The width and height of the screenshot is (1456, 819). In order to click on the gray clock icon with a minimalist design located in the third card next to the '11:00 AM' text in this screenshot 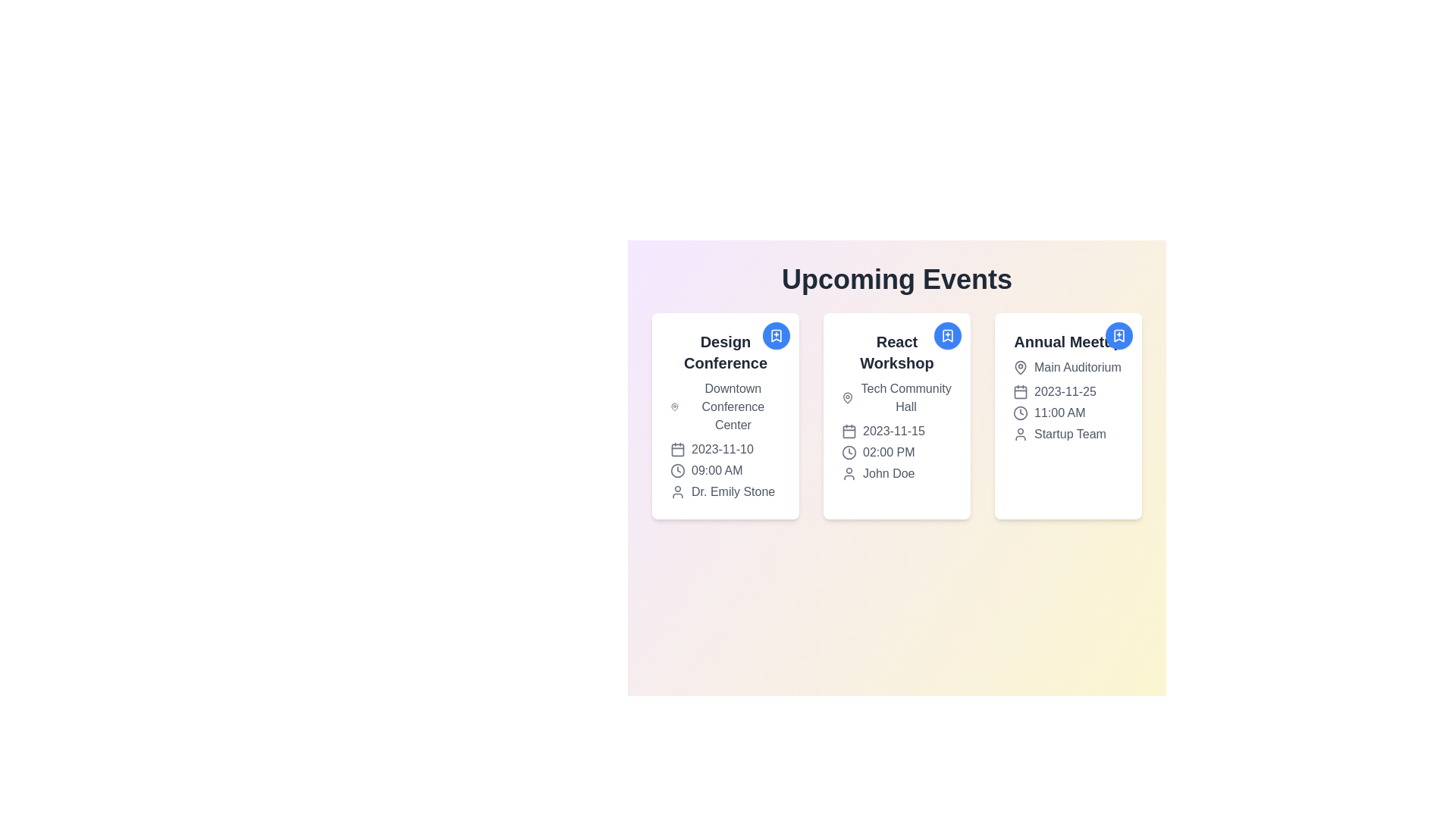, I will do `click(1020, 413)`.